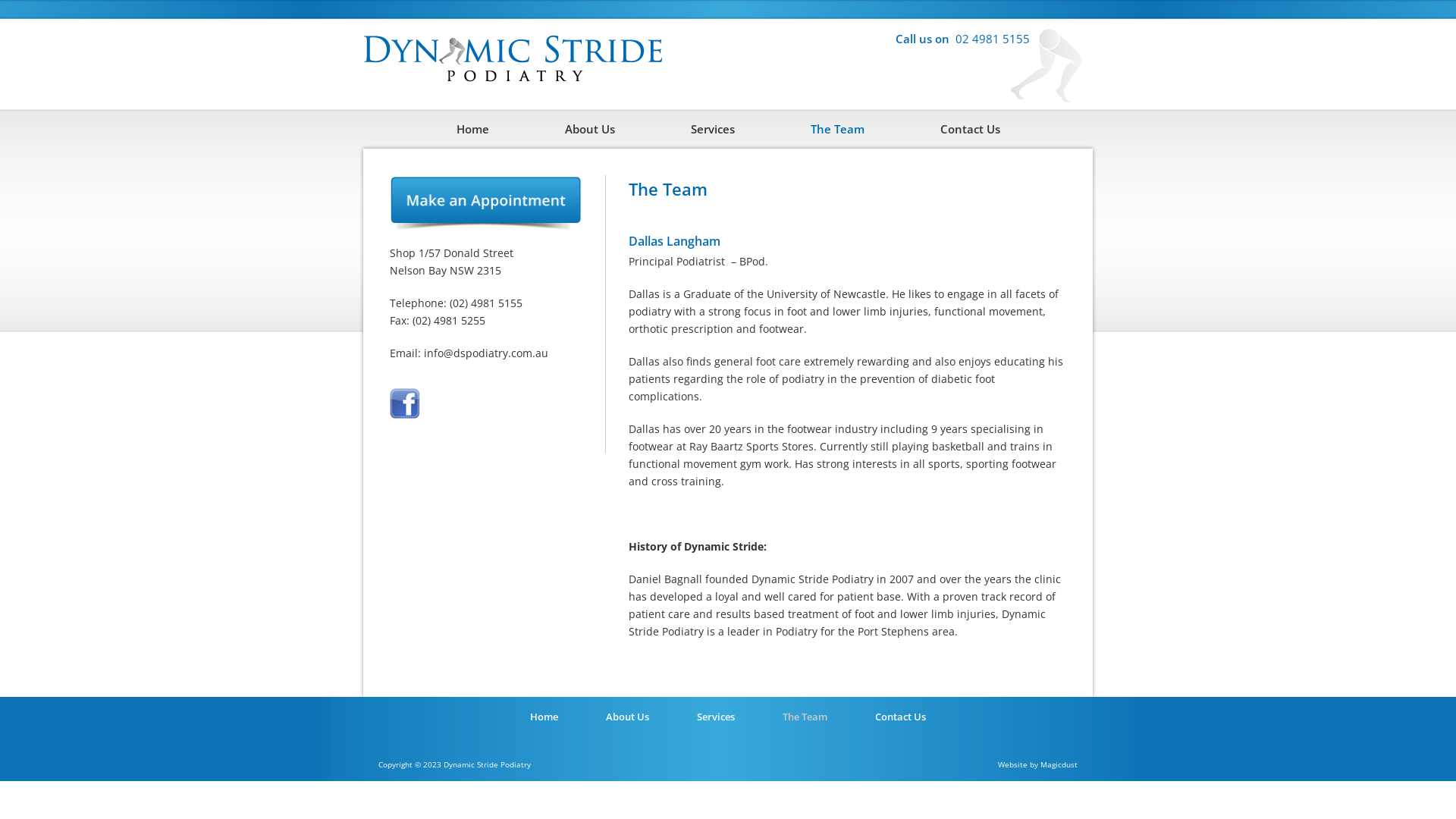 Image resolution: width=1456 pixels, height=819 pixels. Describe the element at coordinates (715, 717) in the screenshot. I see `'Services'` at that location.